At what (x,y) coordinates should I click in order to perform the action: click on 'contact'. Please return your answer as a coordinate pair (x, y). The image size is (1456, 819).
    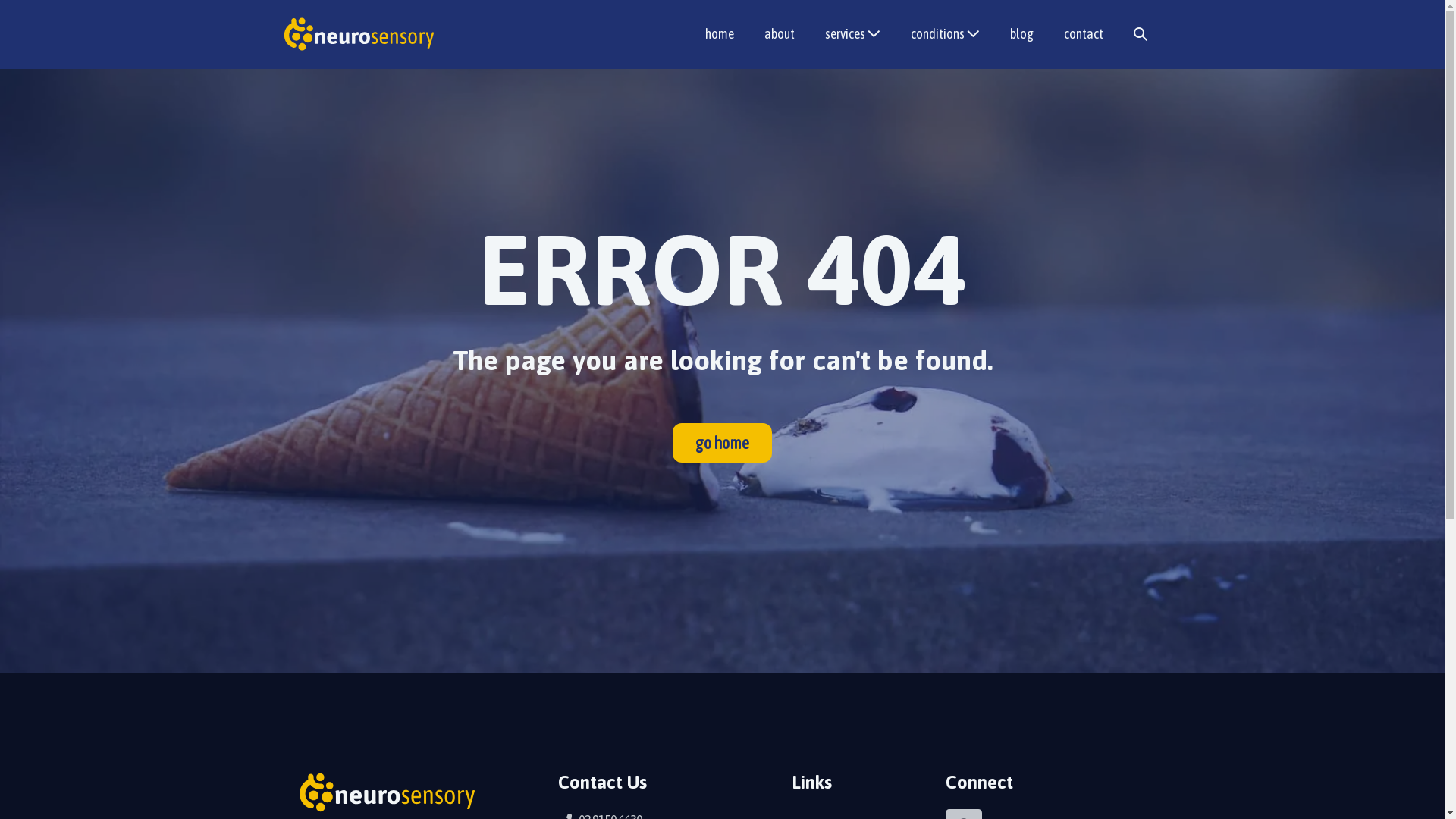
    Looking at the image, I should click on (1082, 34).